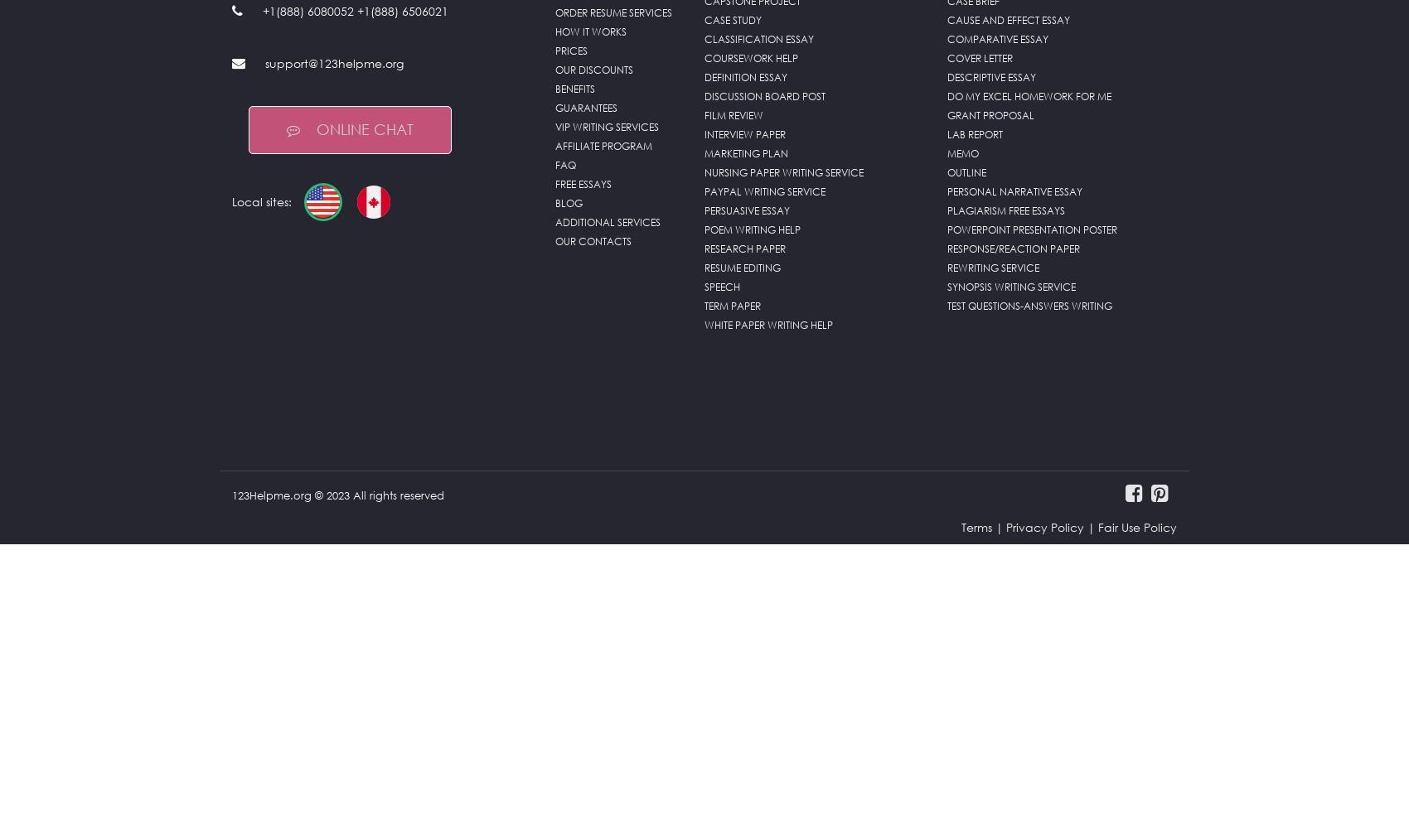  What do you see at coordinates (764, 96) in the screenshot?
I see `'Discussion Board Post'` at bounding box center [764, 96].